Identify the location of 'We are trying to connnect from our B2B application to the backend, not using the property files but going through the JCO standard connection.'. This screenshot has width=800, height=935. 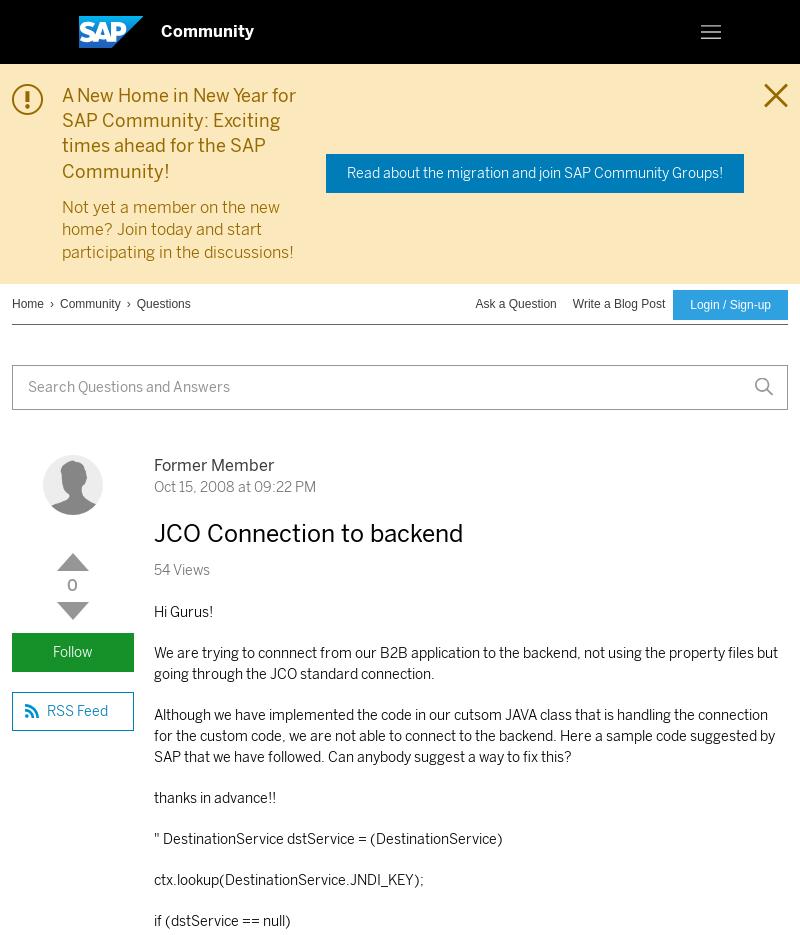
(463, 663).